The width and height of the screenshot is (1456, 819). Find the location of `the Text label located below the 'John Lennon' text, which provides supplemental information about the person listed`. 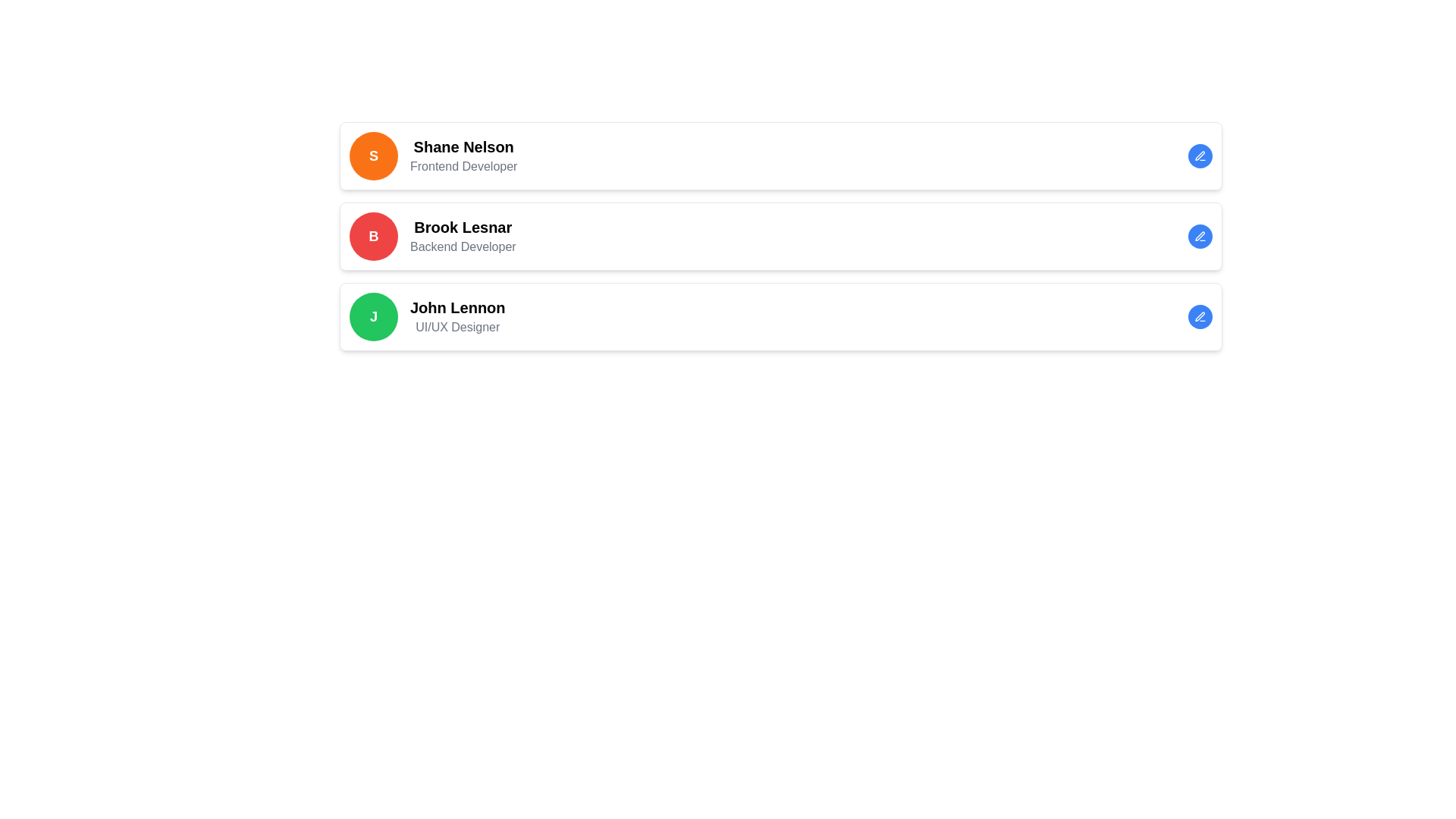

the Text label located below the 'John Lennon' text, which provides supplemental information about the person listed is located at coordinates (457, 327).